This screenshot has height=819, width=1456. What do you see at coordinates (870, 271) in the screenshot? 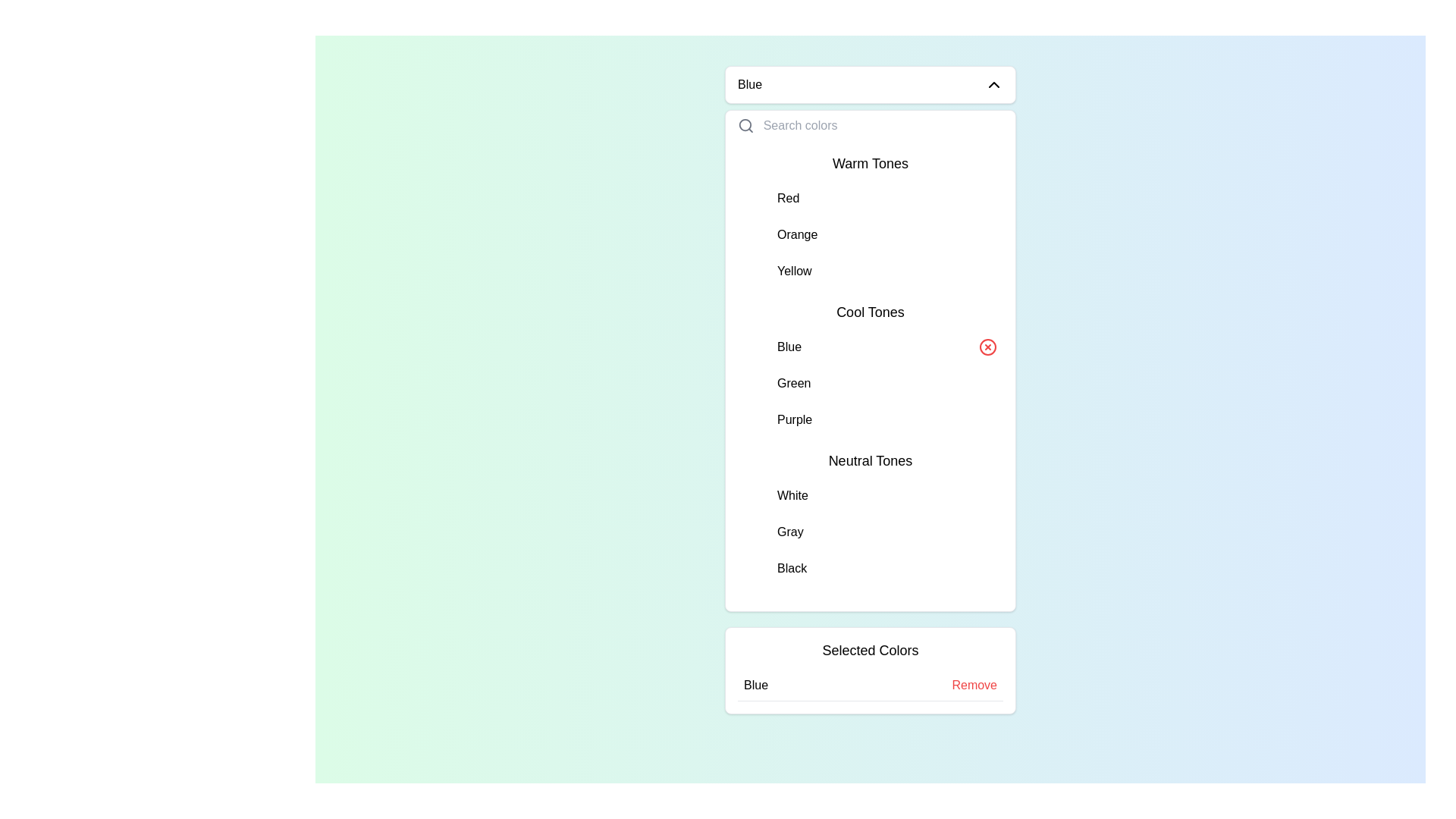
I see `the selectable list item labeled 'Yellow'` at bounding box center [870, 271].